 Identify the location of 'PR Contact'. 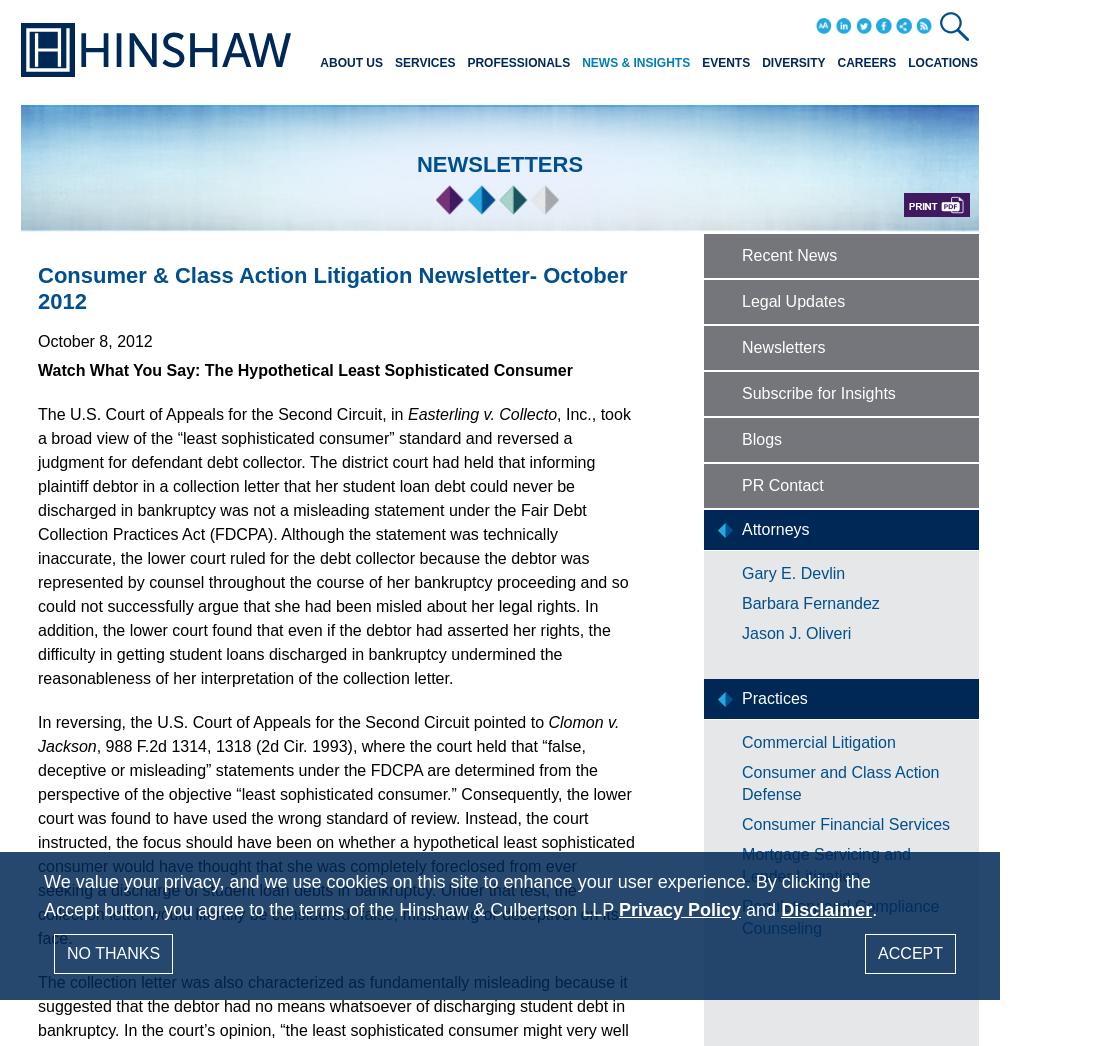
(781, 485).